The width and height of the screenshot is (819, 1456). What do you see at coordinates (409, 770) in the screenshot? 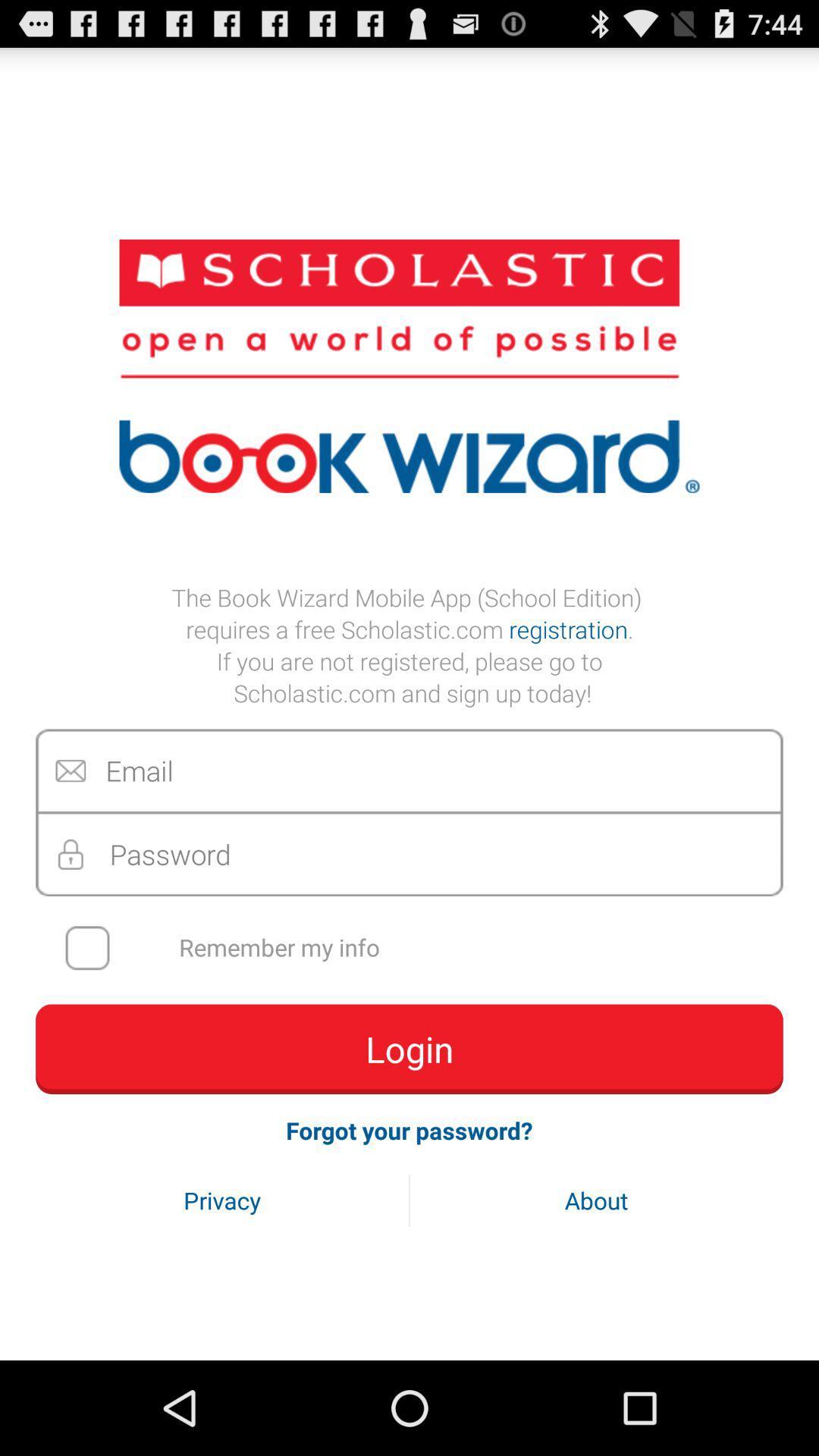
I see `email address` at bounding box center [409, 770].